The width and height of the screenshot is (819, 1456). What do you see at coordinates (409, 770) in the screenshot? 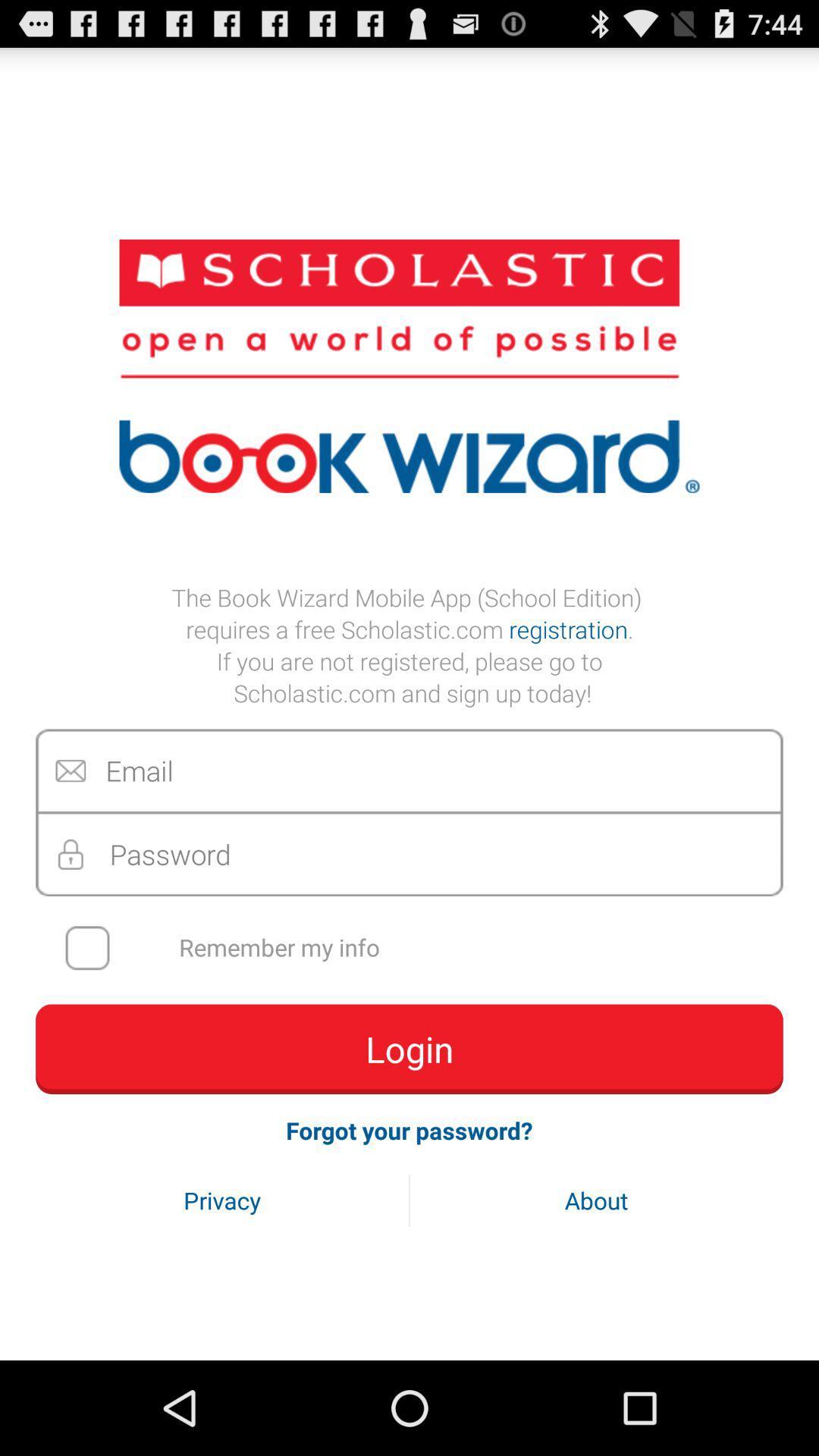
I see `email address` at bounding box center [409, 770].